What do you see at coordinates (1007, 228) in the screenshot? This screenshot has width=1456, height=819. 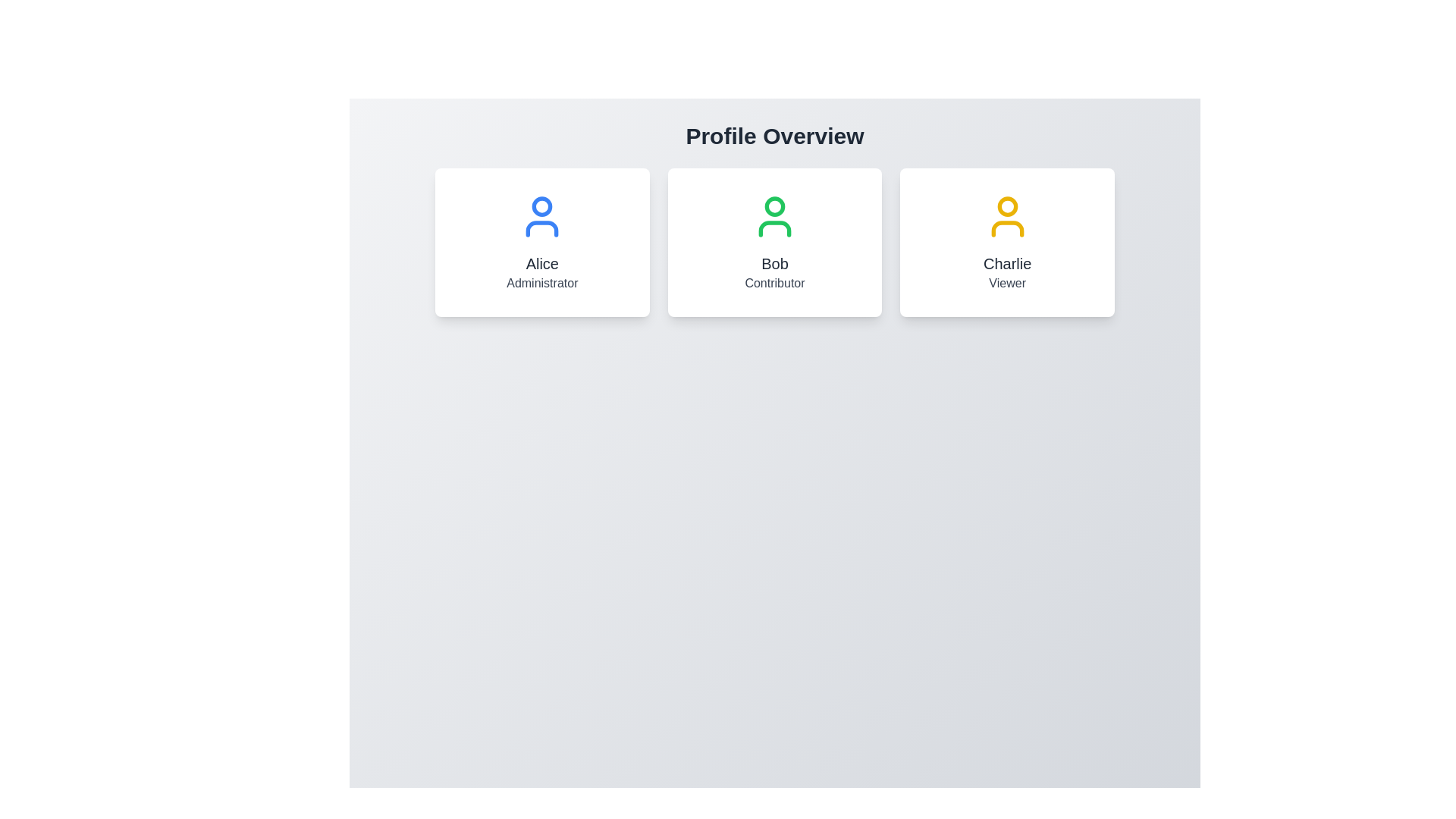 I see `the yellow torso and shoulders component of the user icon in the third card labeled 'Charlie' and titled 'Viewer'` at bounding box center [1007, 228].